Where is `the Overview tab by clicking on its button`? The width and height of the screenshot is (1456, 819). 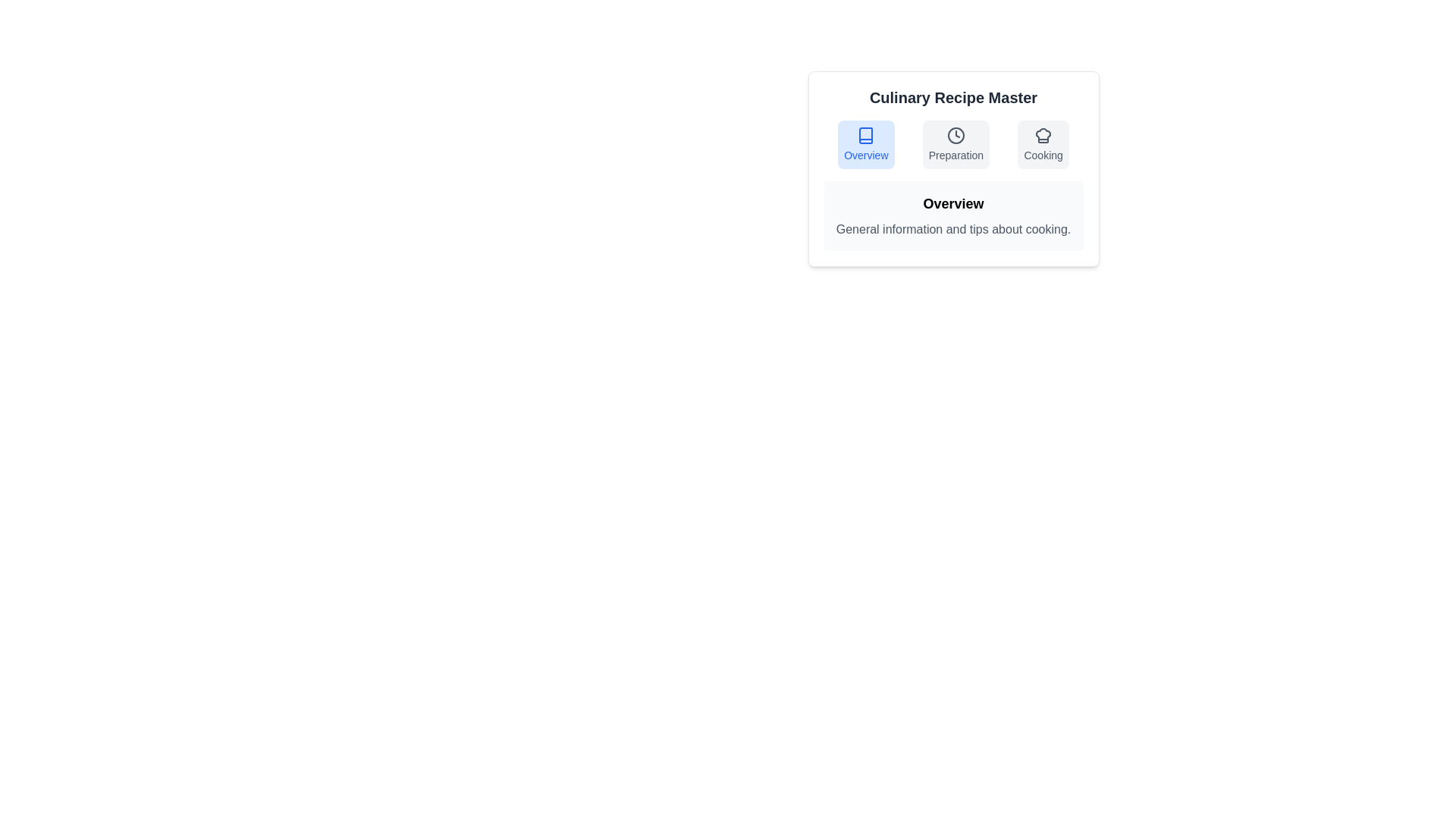
the Overview tab by clicking on its button is located at coordinates (866, 145).